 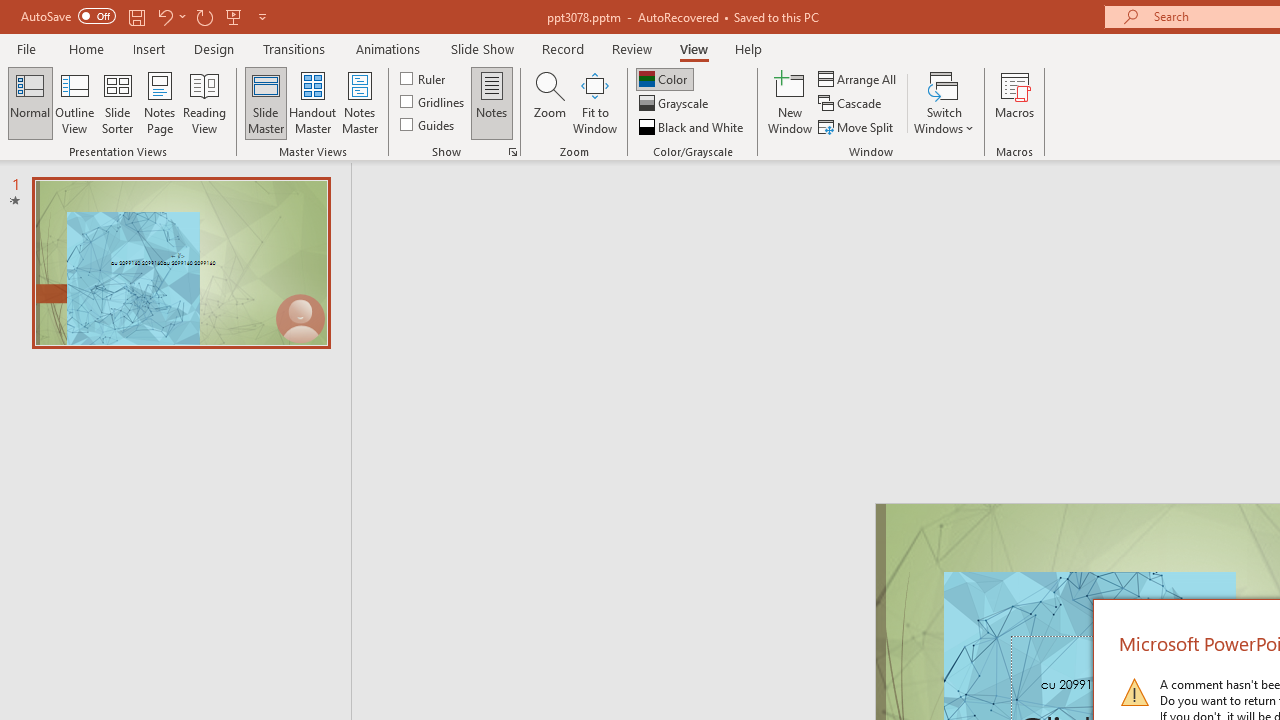 I want to click on 'Macros', so click(x=1015, y=103).